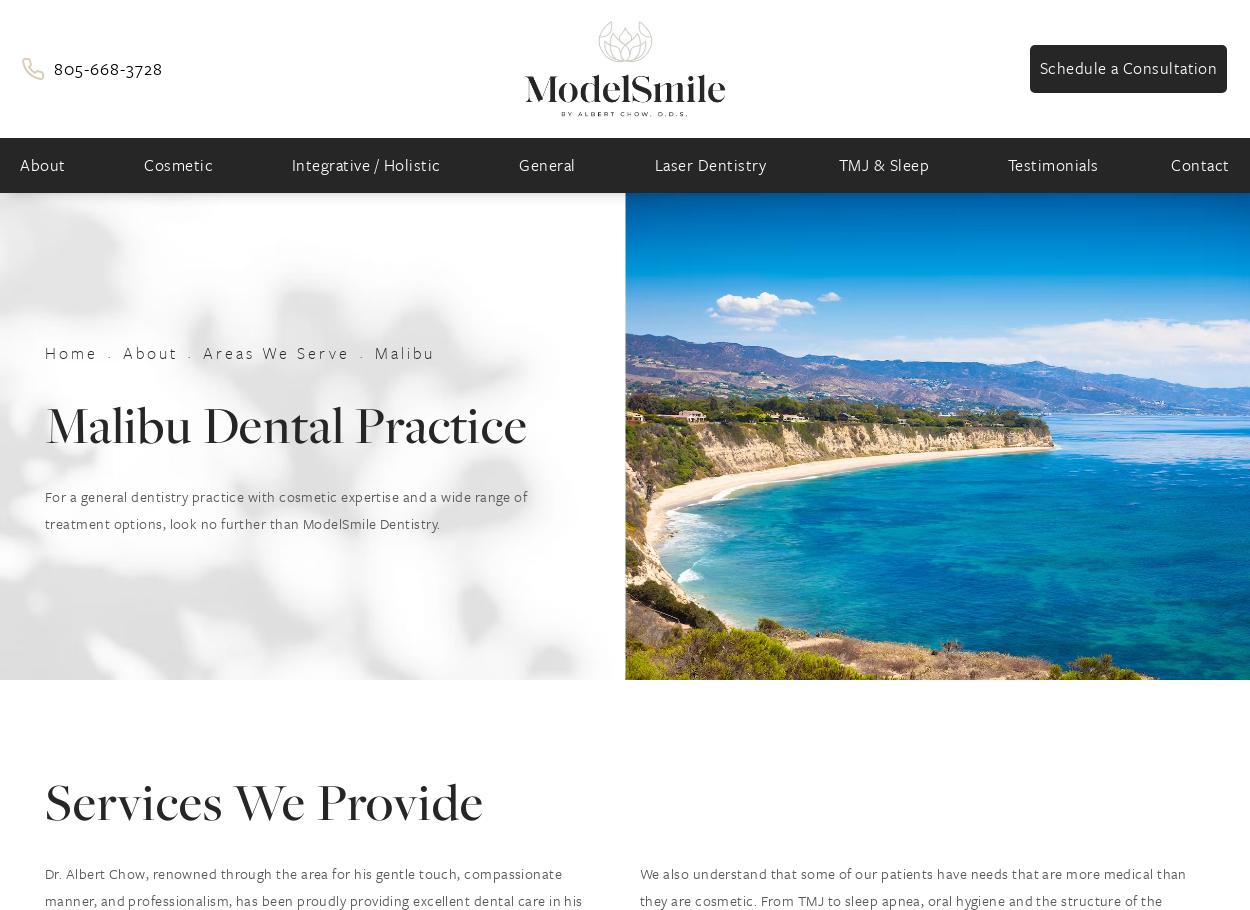 This screenshot has width=1250, height=910. I want to click on 'General', so click(547, 164).